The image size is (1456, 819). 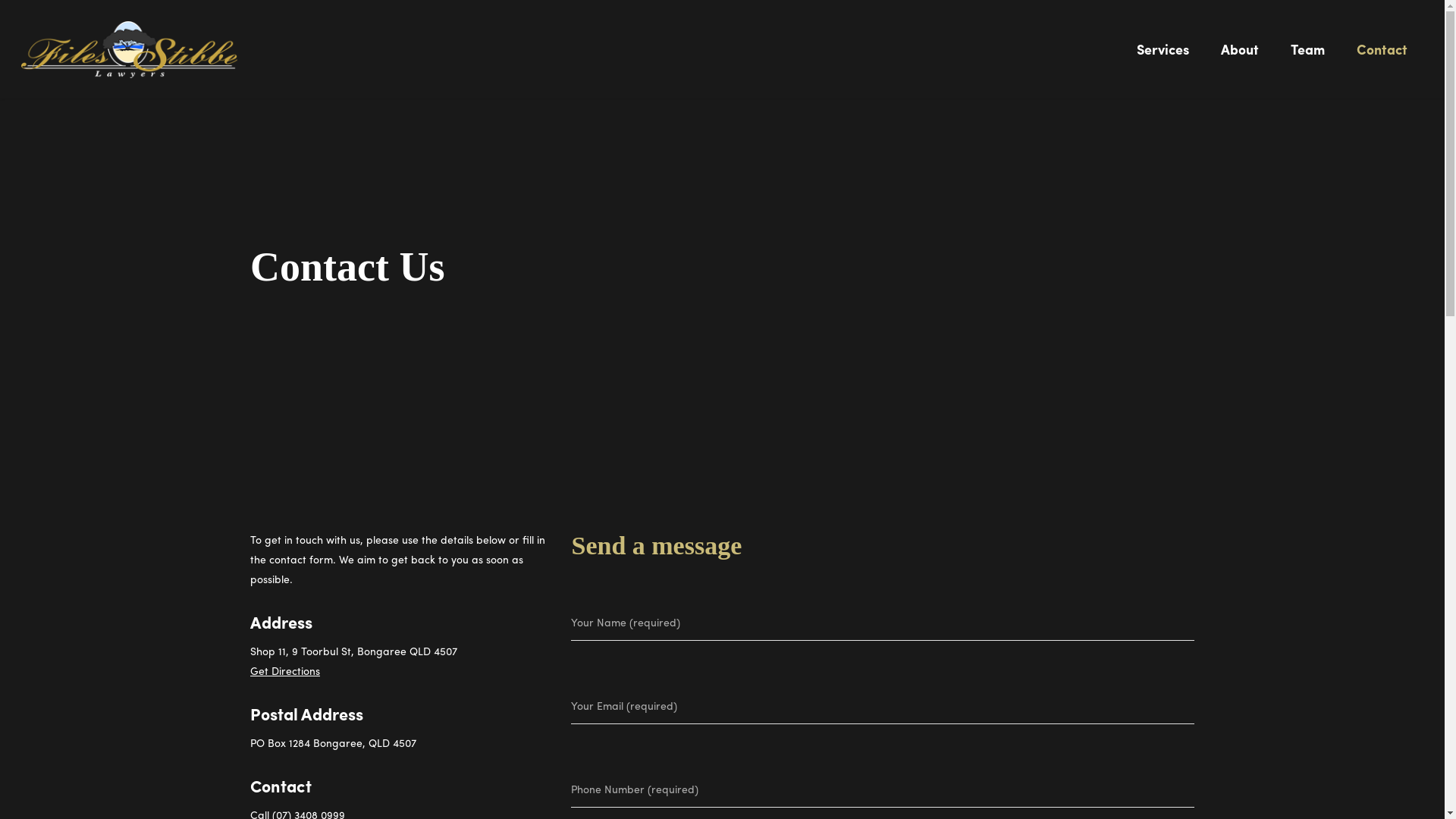 I want to click on 'About', so click(x=1240, y=58).